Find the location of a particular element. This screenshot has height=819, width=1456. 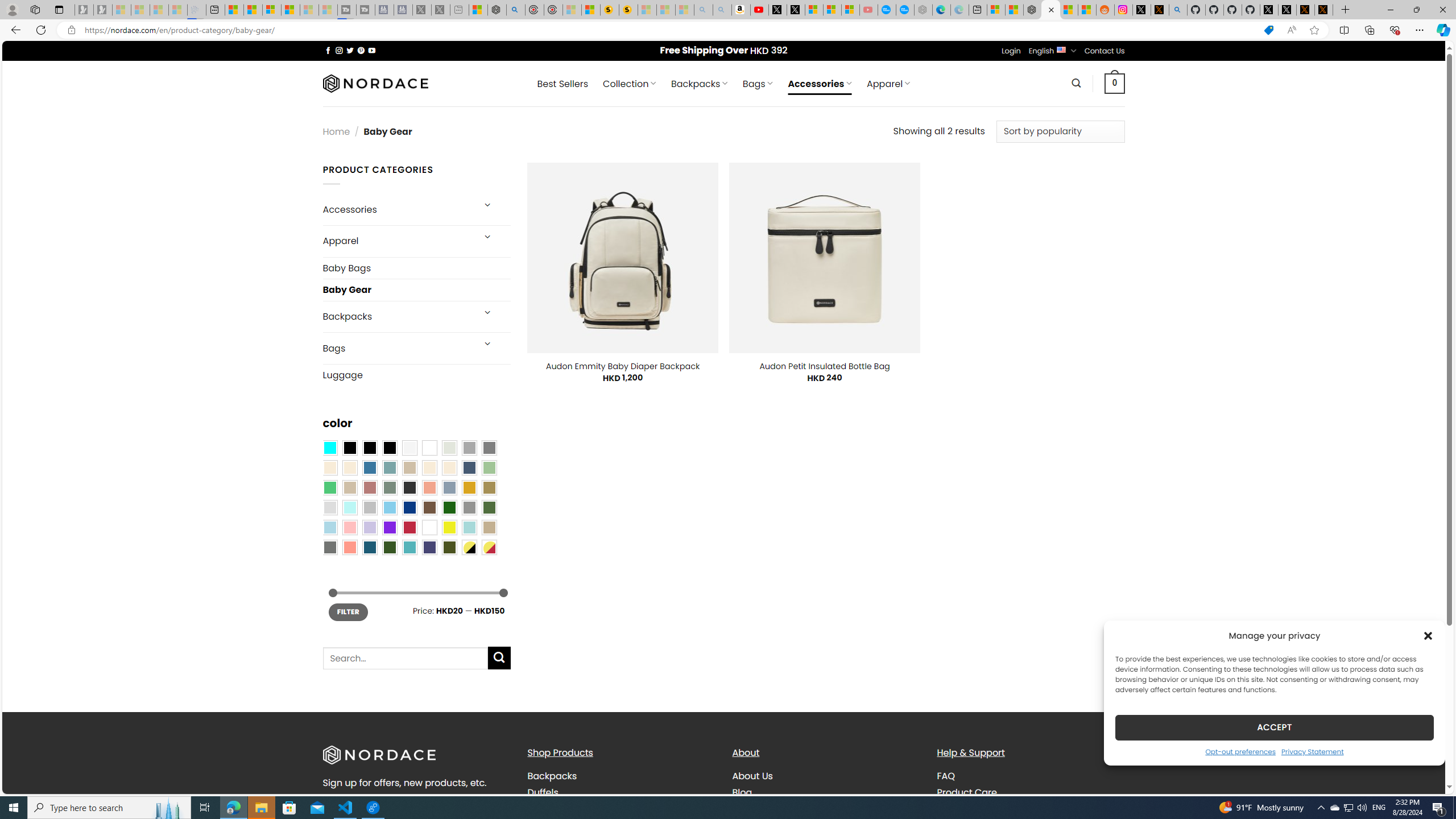

'Gold' is located at coordinates (468, 487).